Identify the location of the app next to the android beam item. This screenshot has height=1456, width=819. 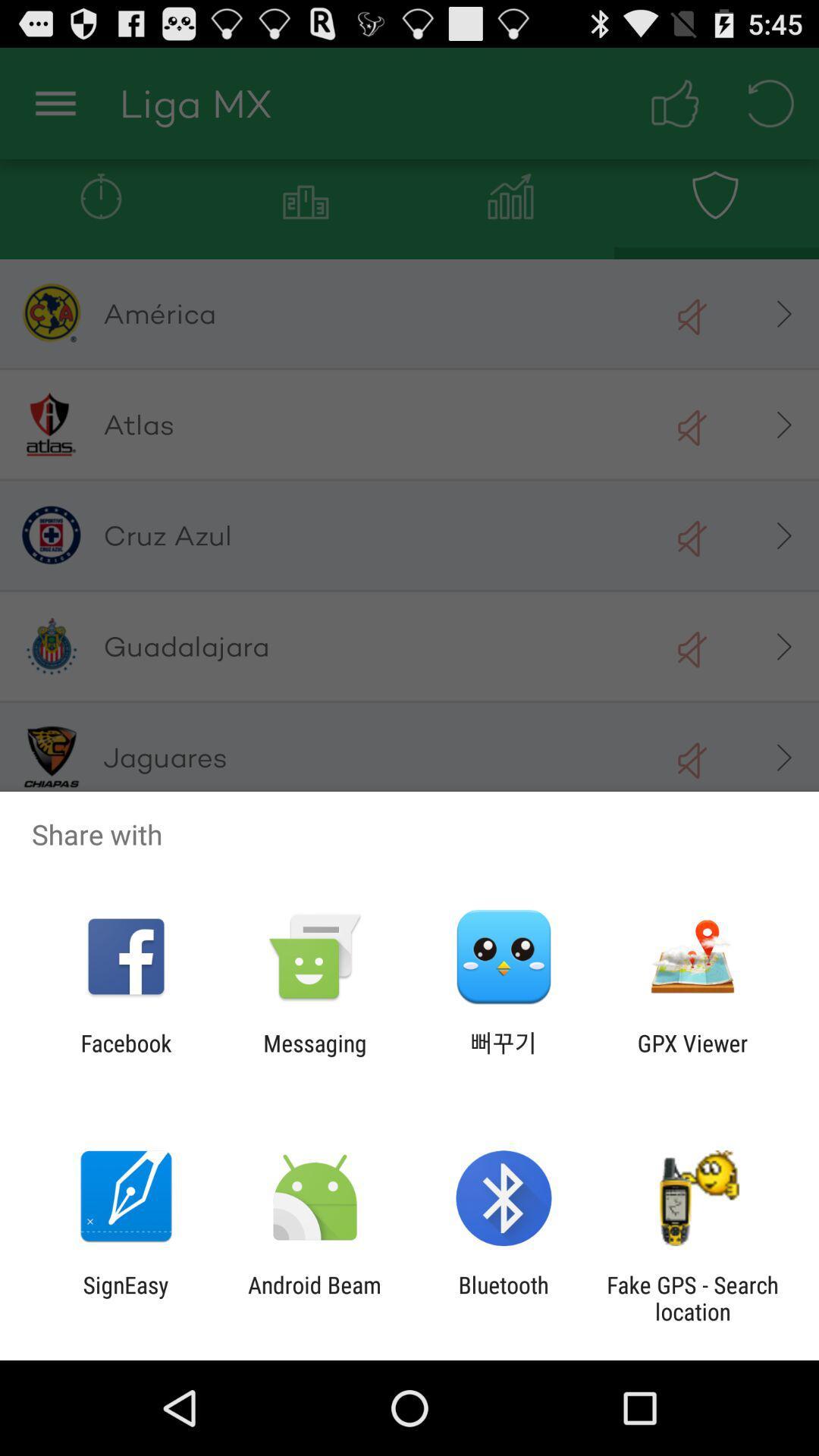
(125, 1298).